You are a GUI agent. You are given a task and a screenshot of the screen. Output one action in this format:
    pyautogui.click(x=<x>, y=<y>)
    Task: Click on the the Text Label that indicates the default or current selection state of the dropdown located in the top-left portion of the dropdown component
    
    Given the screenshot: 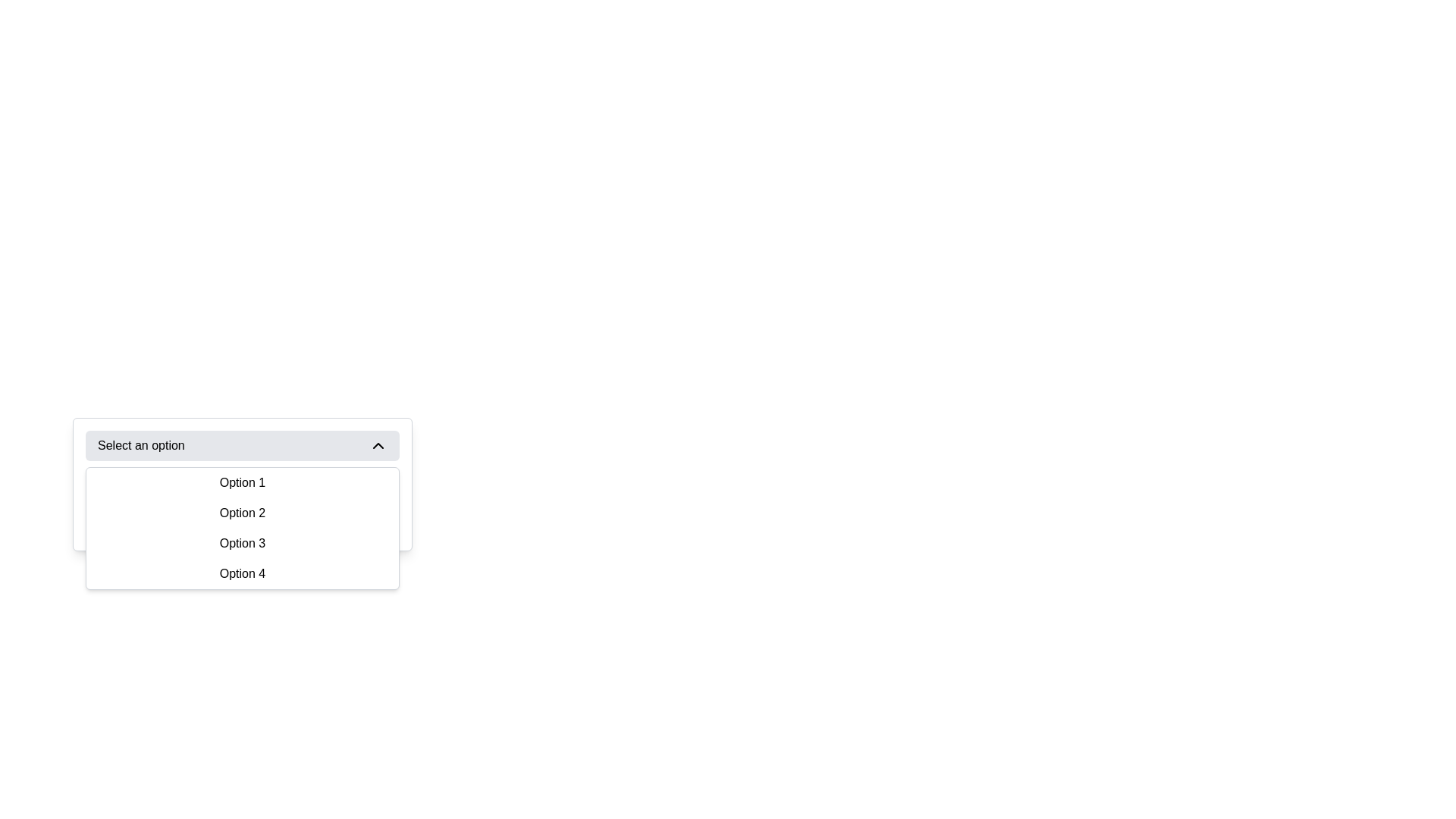 What is the action you would take?
    pyautogui.click(x=141, y=444)
    